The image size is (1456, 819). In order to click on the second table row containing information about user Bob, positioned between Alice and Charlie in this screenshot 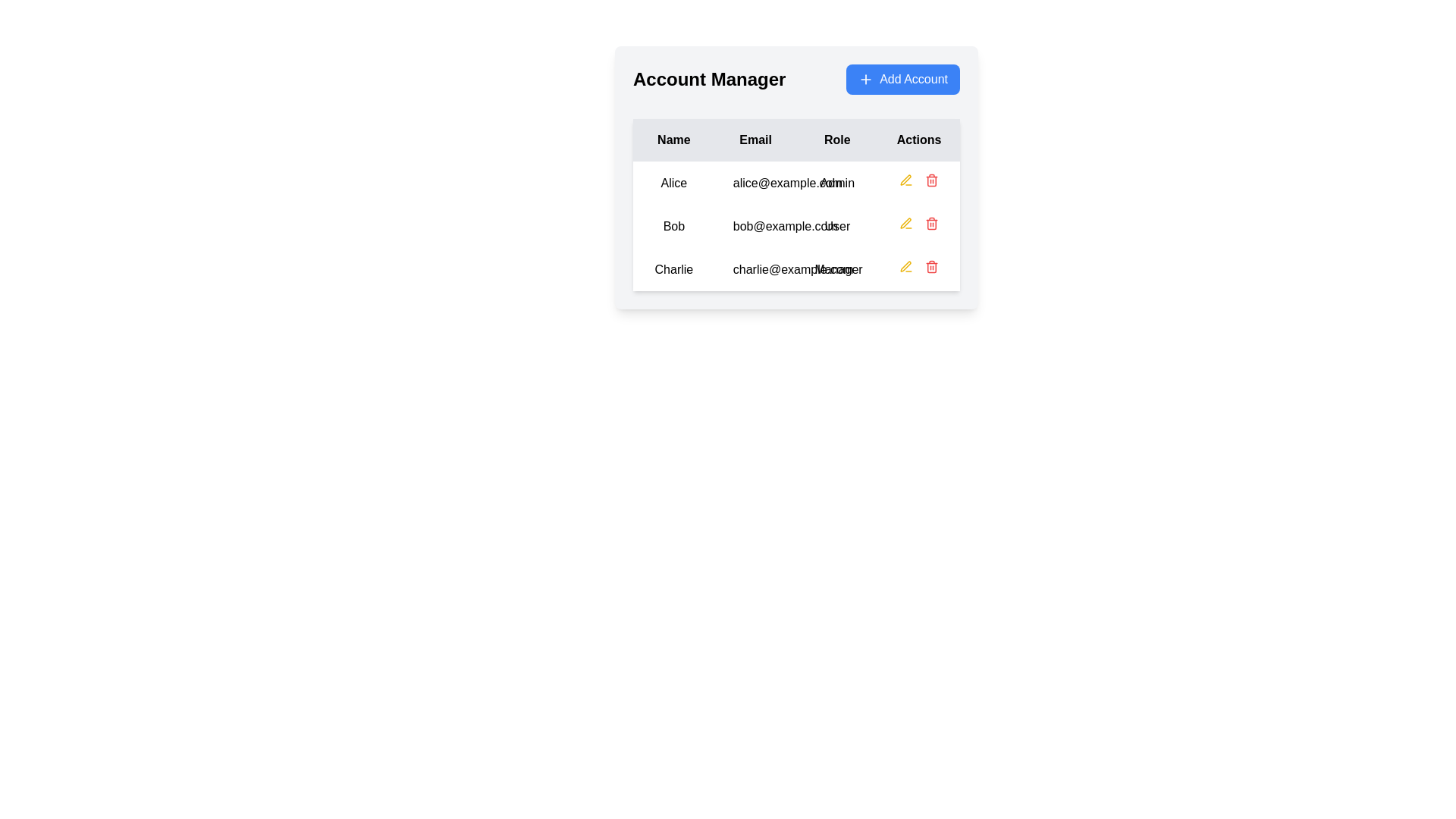, I will do `click(795, 226)`.